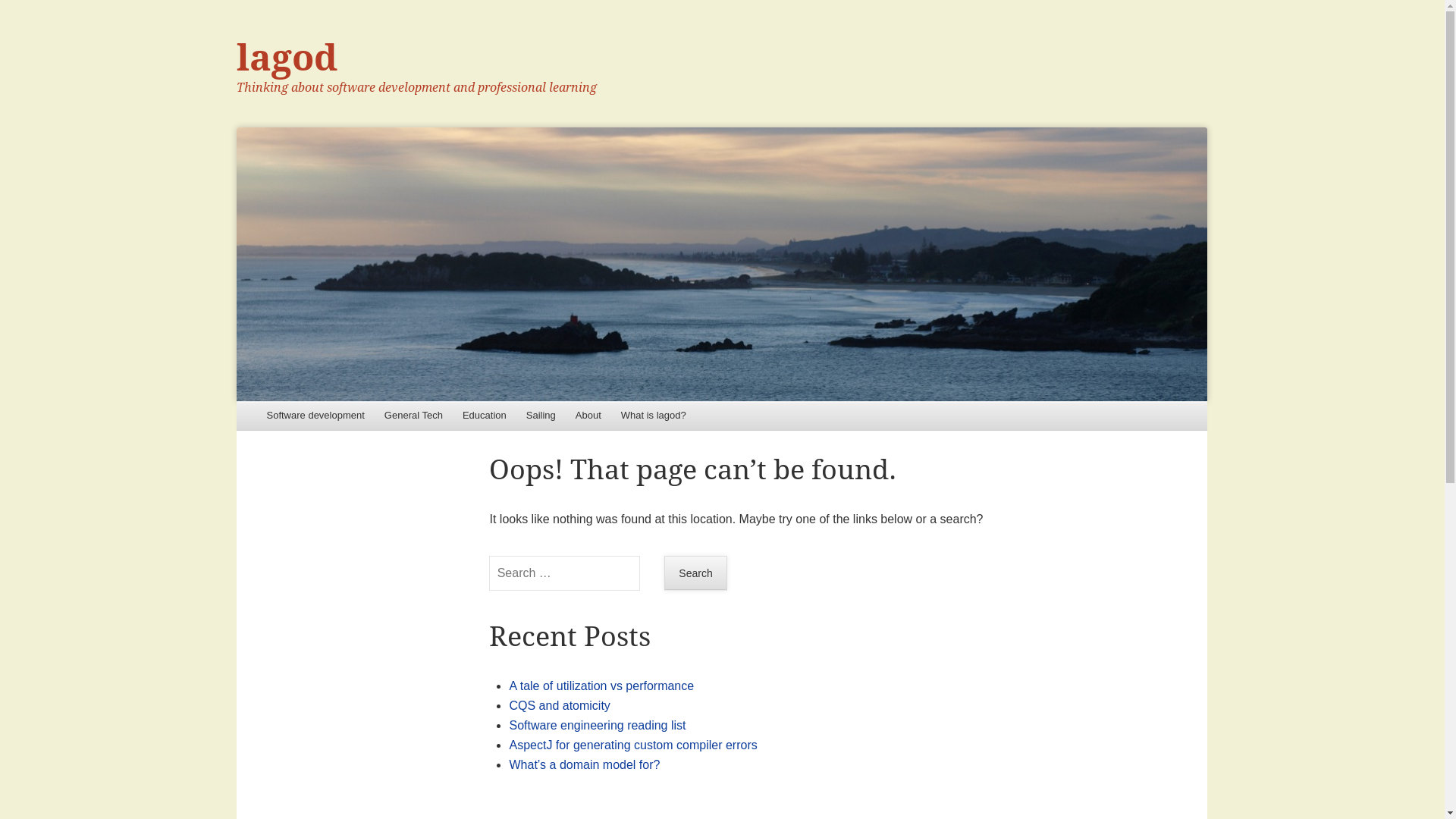 The image size is (1456, 819). I want to click on 'About', so click(588, 416).